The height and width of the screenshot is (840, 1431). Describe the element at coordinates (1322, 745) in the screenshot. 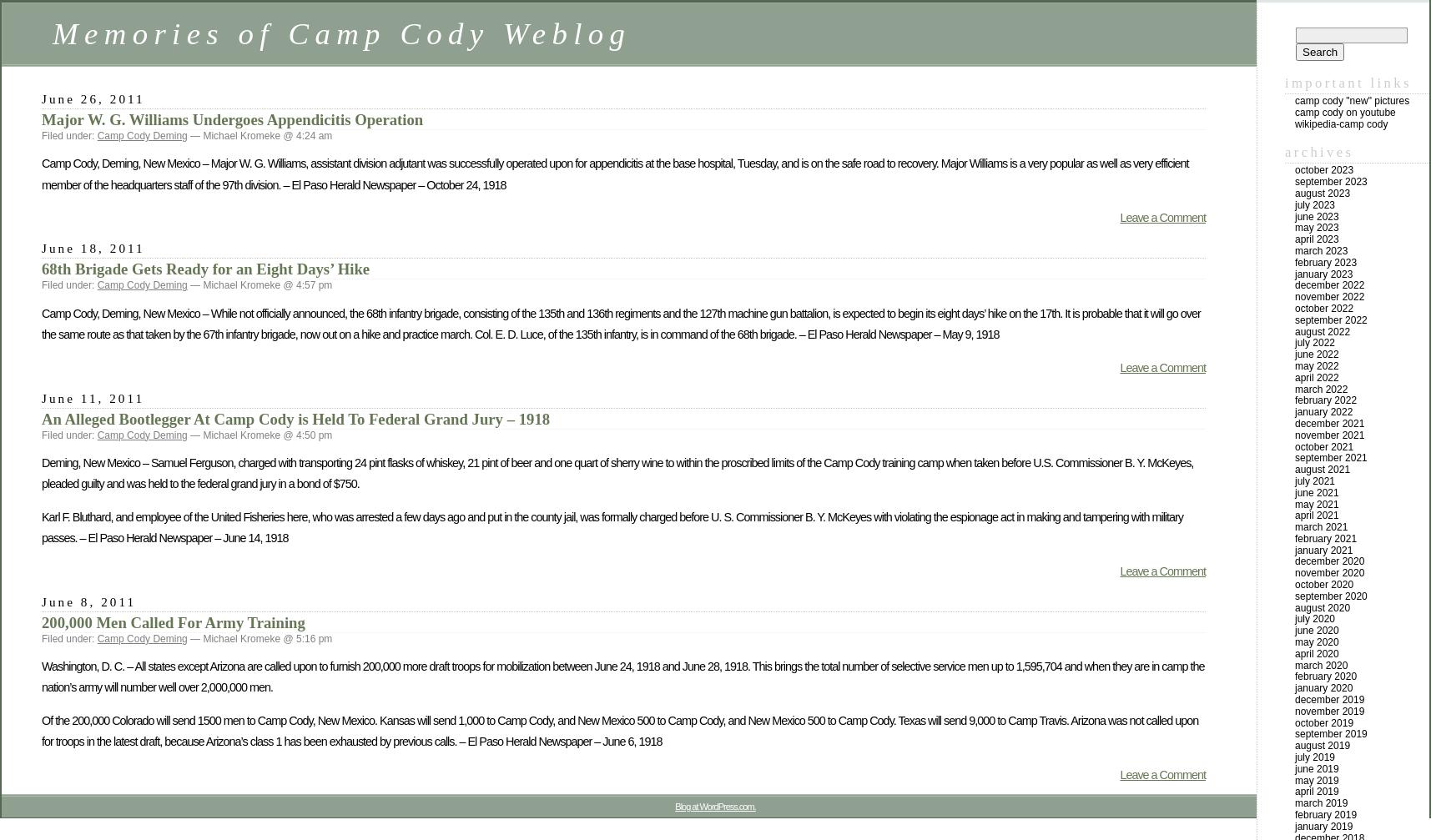

I see `'August 2019'` at that location.